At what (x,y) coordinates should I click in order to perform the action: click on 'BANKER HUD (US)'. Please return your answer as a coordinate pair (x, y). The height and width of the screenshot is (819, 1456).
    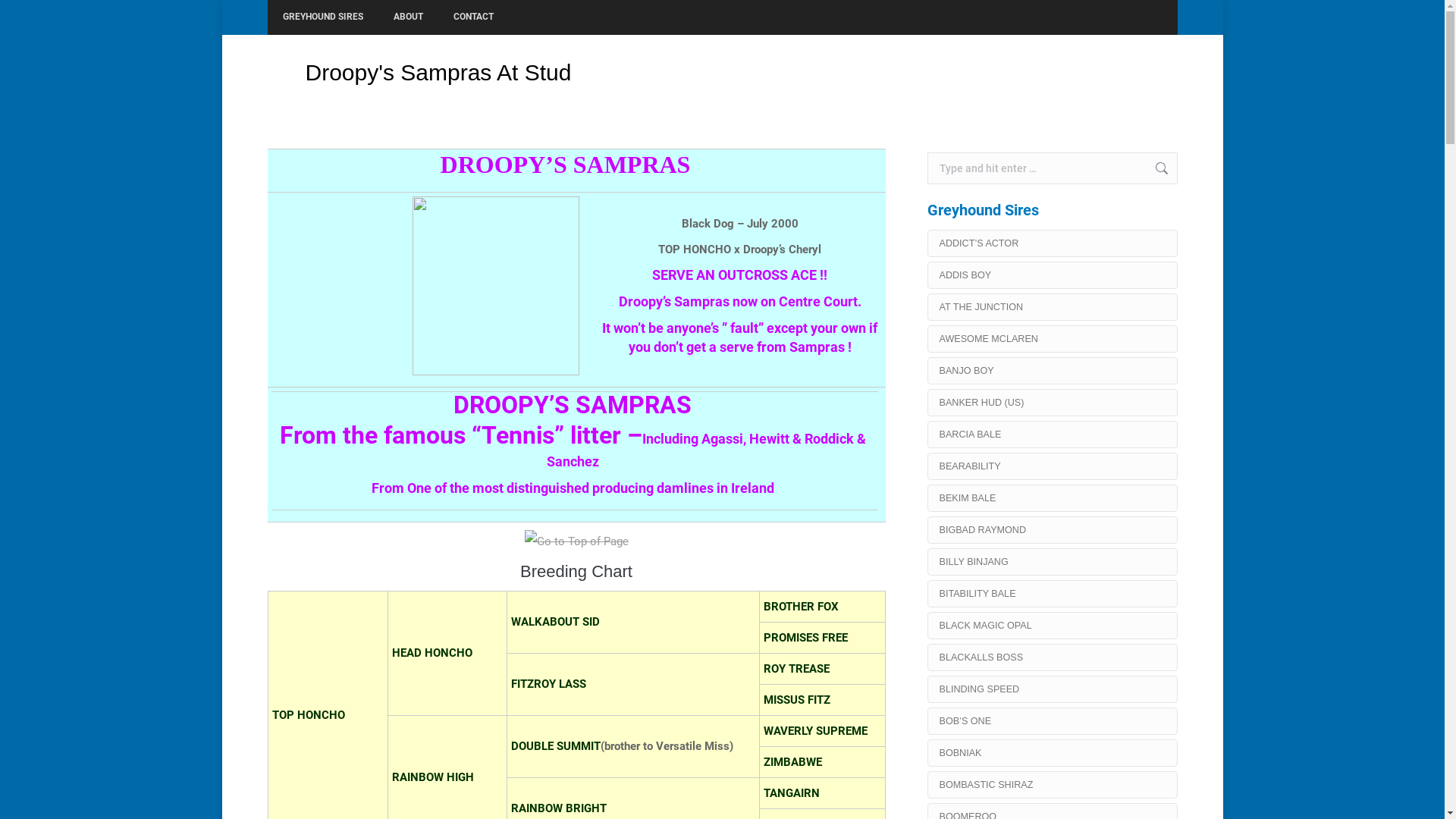
    Looking at the image, I should click on (926, 402).